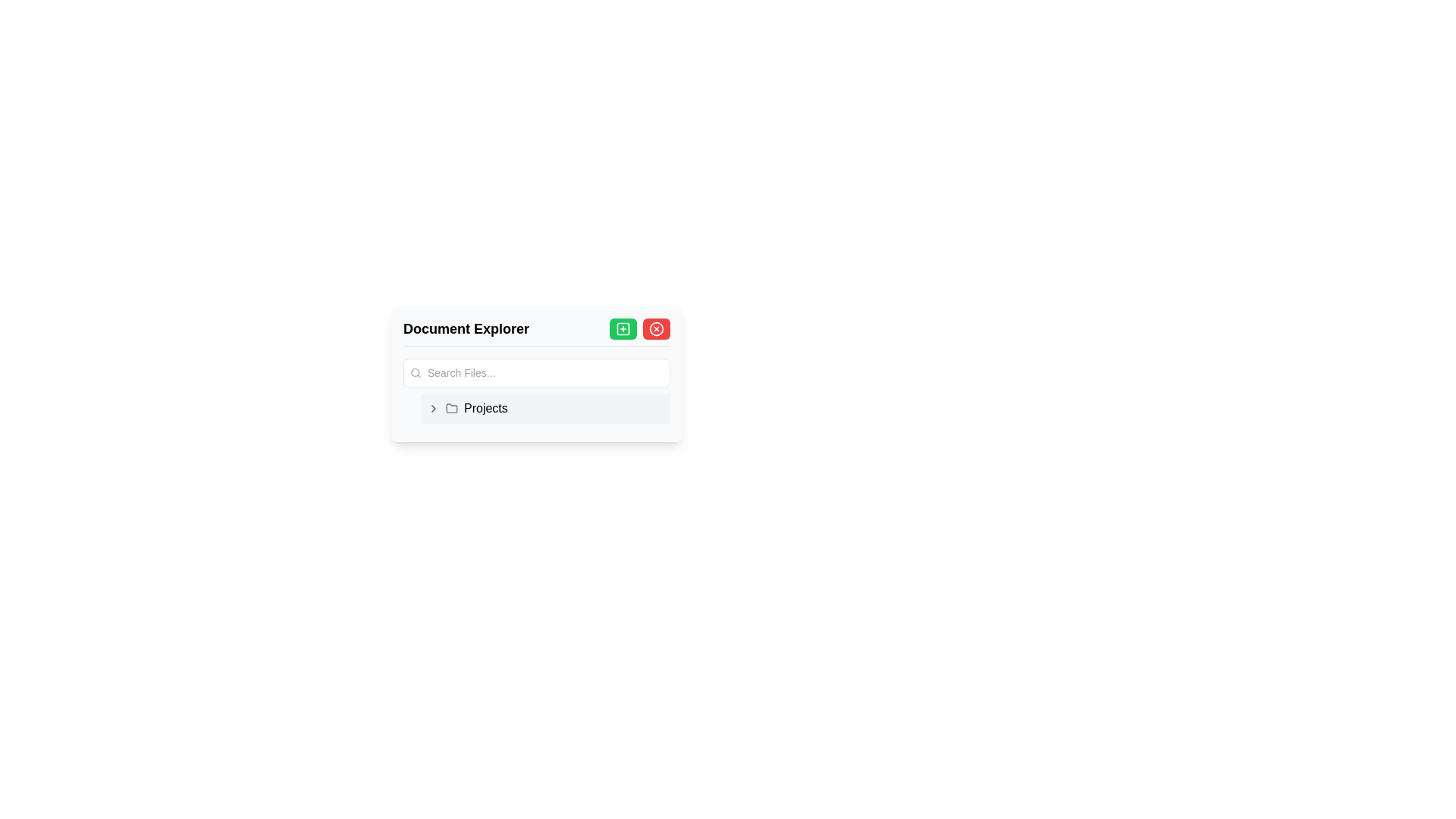 This screenshot has height=819, width=1456. I want to click on the green square-shaped button with a white plus icon, so click(623, 328).